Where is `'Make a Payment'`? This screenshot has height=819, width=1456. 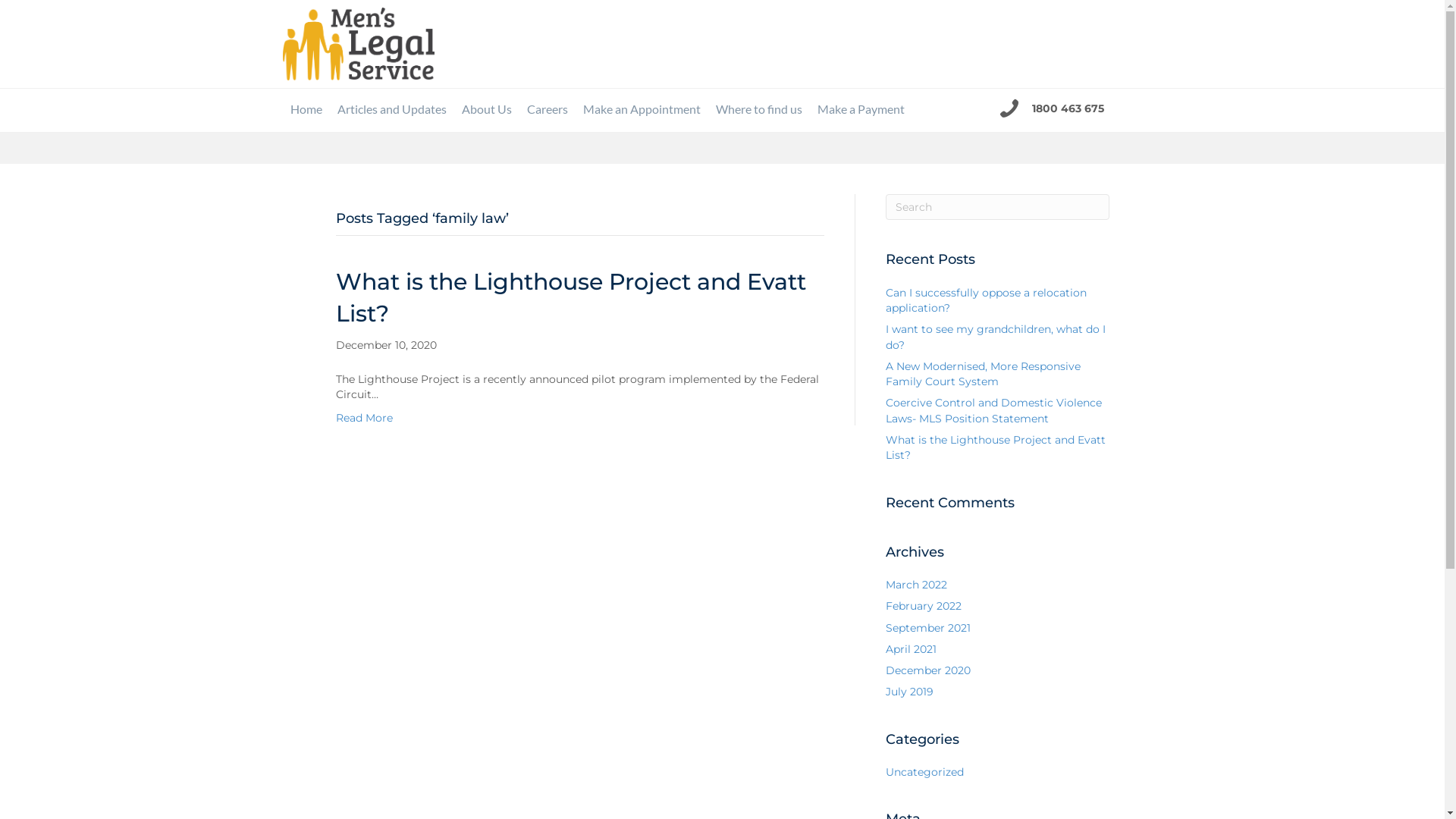
'Make a Payment' is located at coordinates (861, 108).